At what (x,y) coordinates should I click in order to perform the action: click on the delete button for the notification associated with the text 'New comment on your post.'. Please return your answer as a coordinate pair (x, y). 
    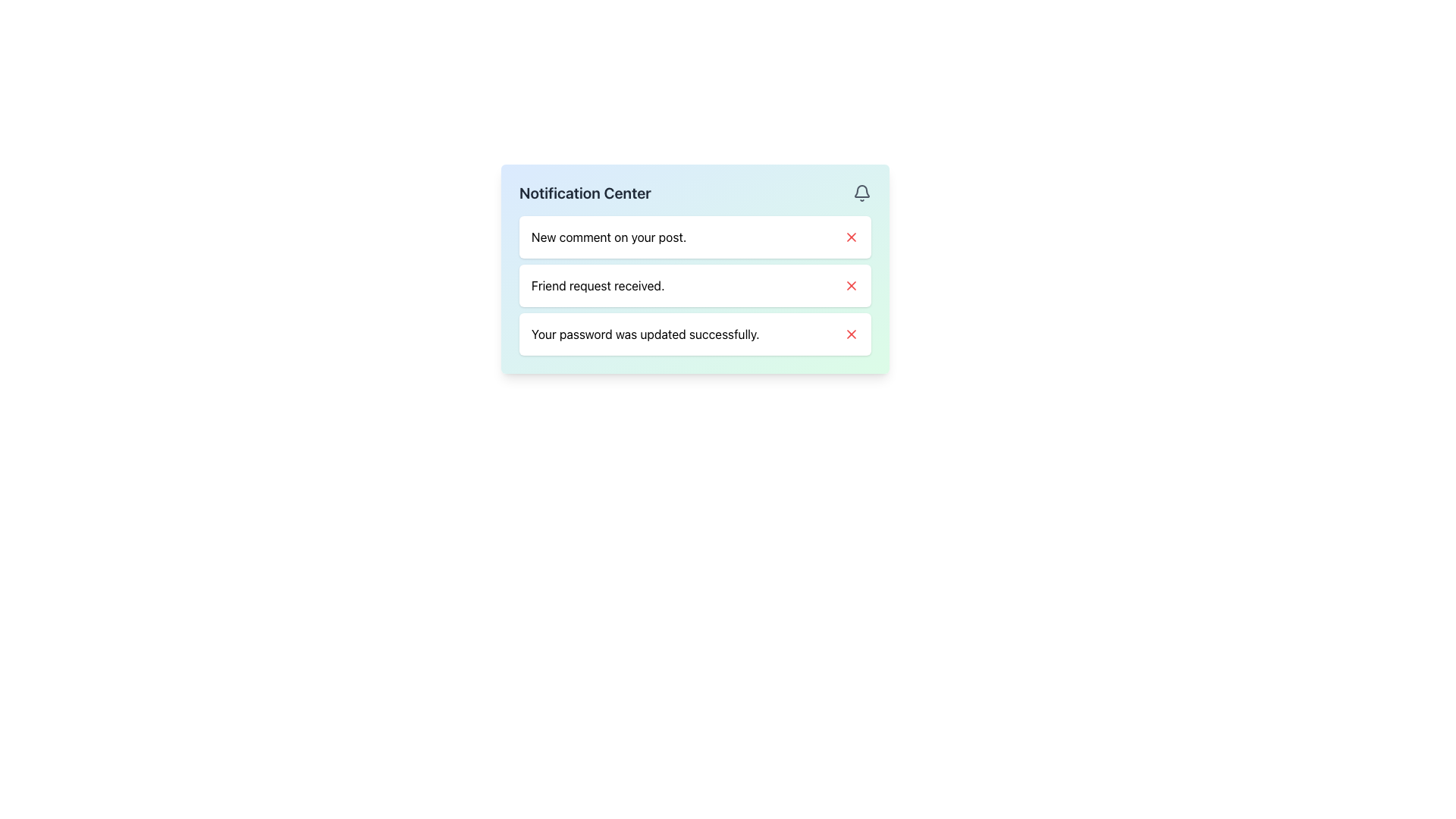
    Looking at the image, I should click on (852, 237).